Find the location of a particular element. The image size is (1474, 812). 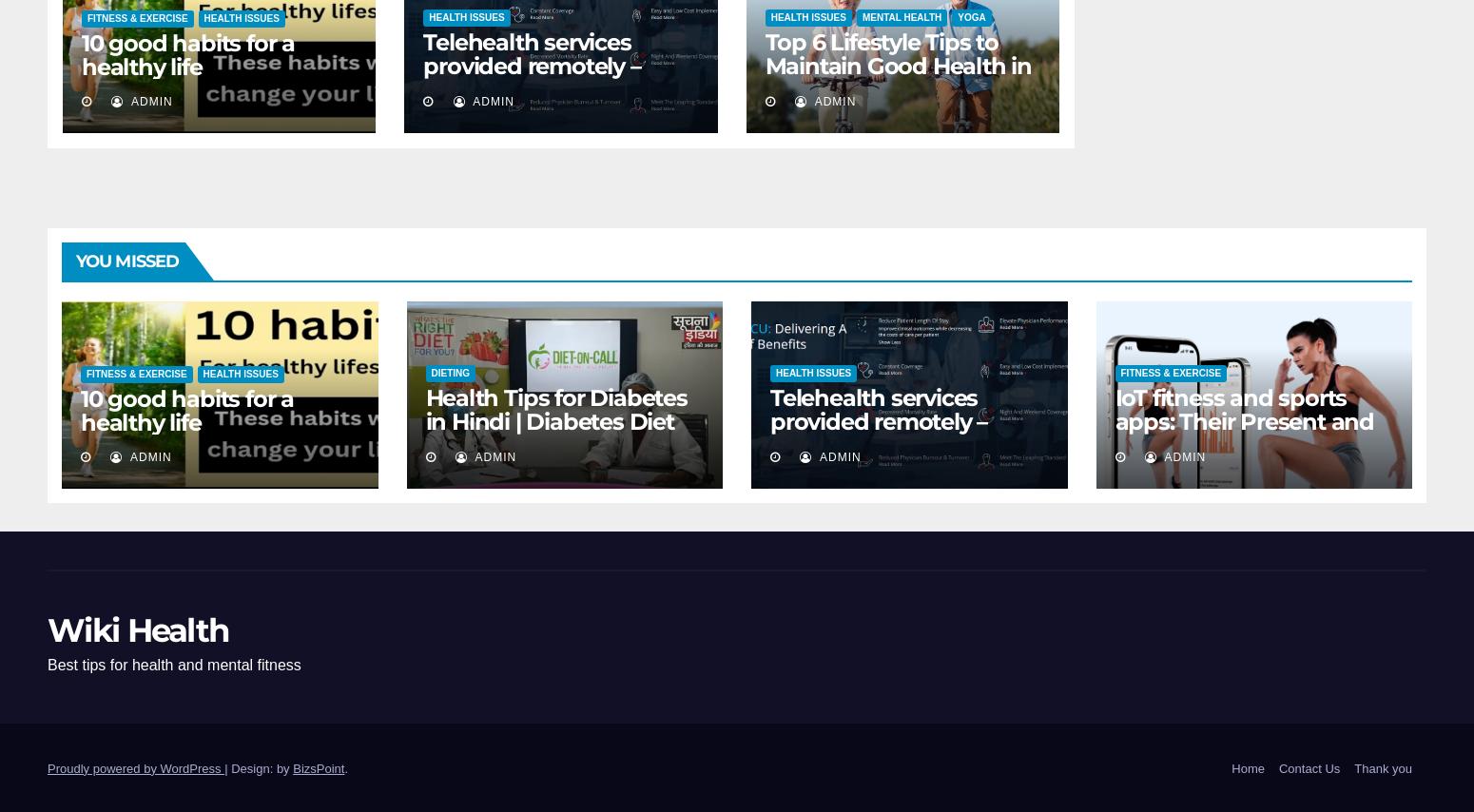

'Design:  by' is located at coordinates (262, 766).